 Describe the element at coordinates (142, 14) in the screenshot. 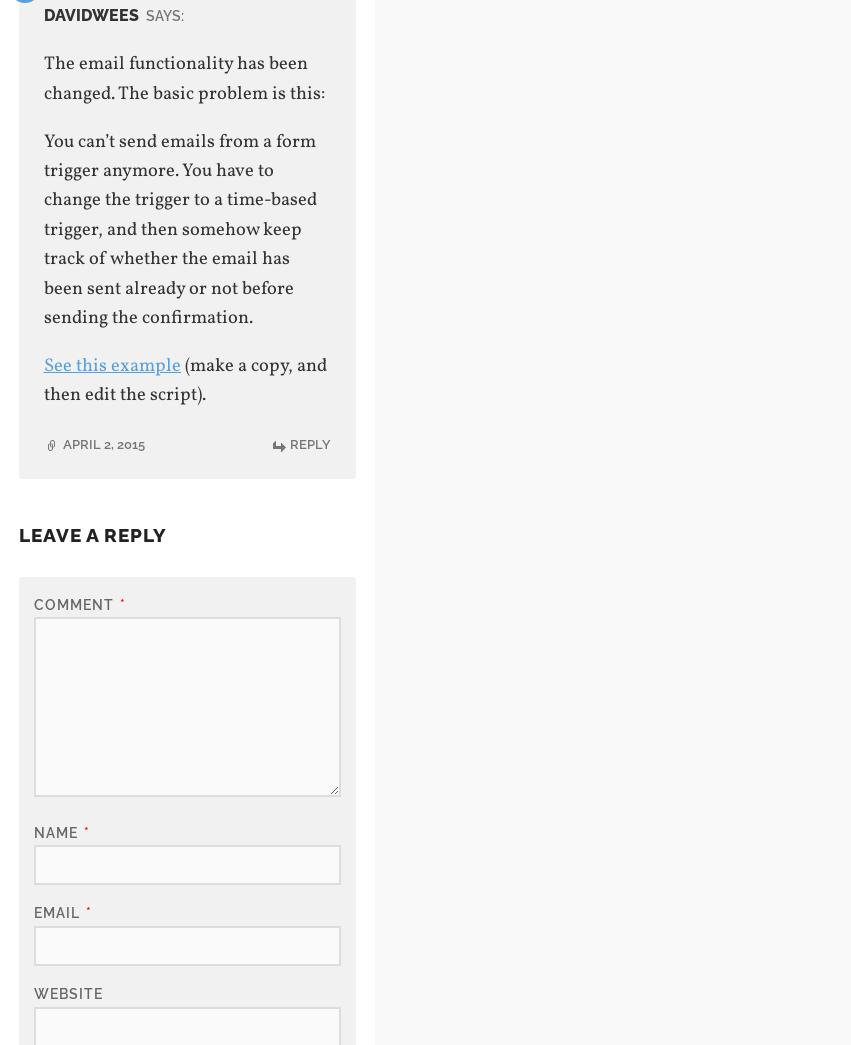

I see `'says:'` at that location.